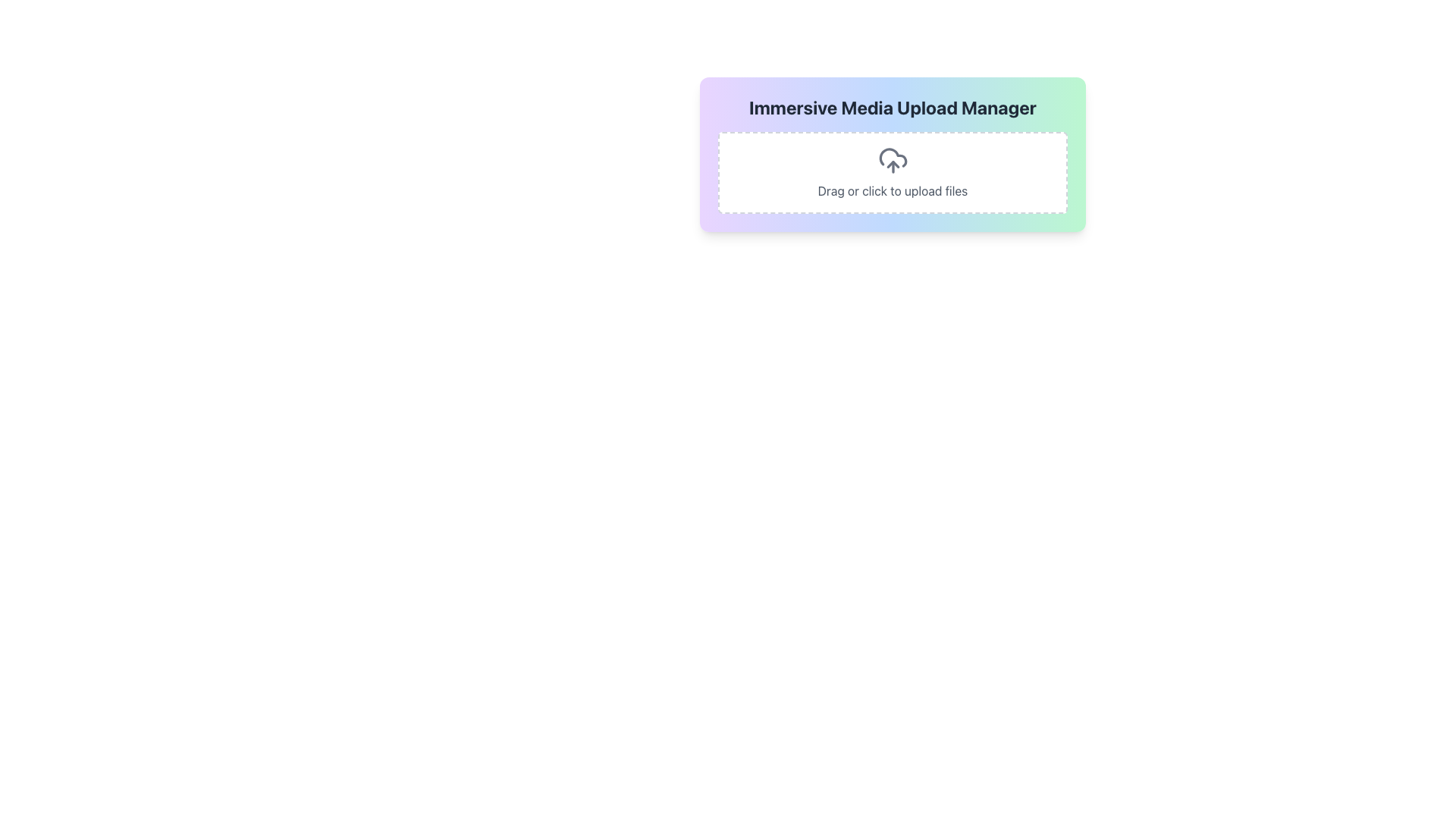 The image size is (1456, 819). I want to click on the File Upload Area, which features a gray cloud icon and the text 'Drag or click to upload files', so click(893, 171).